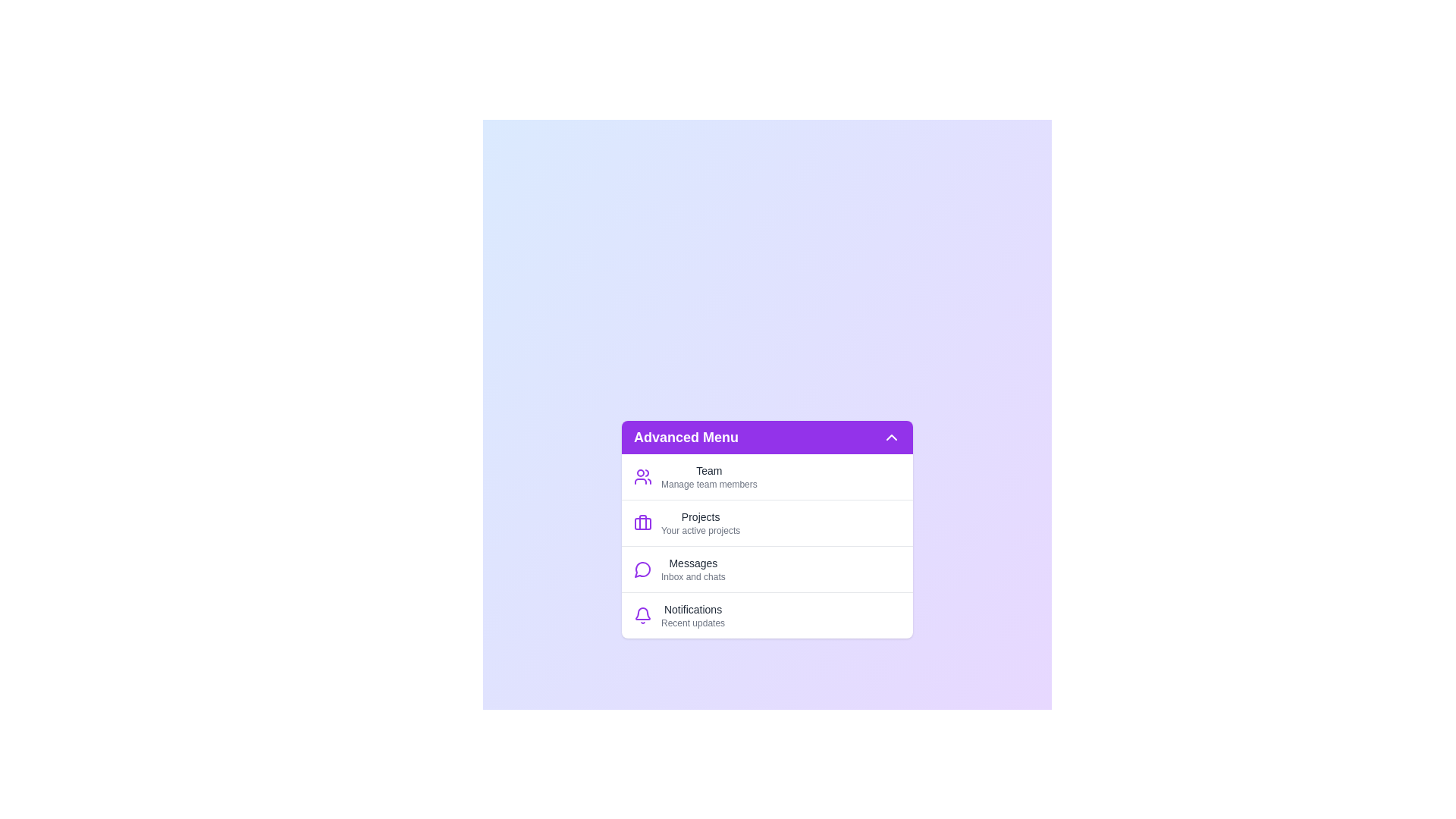  What do you see at coordinates (767, 475) in the screenshot?
I see `the menu item labeled Team` at bounding box center [767, 475].